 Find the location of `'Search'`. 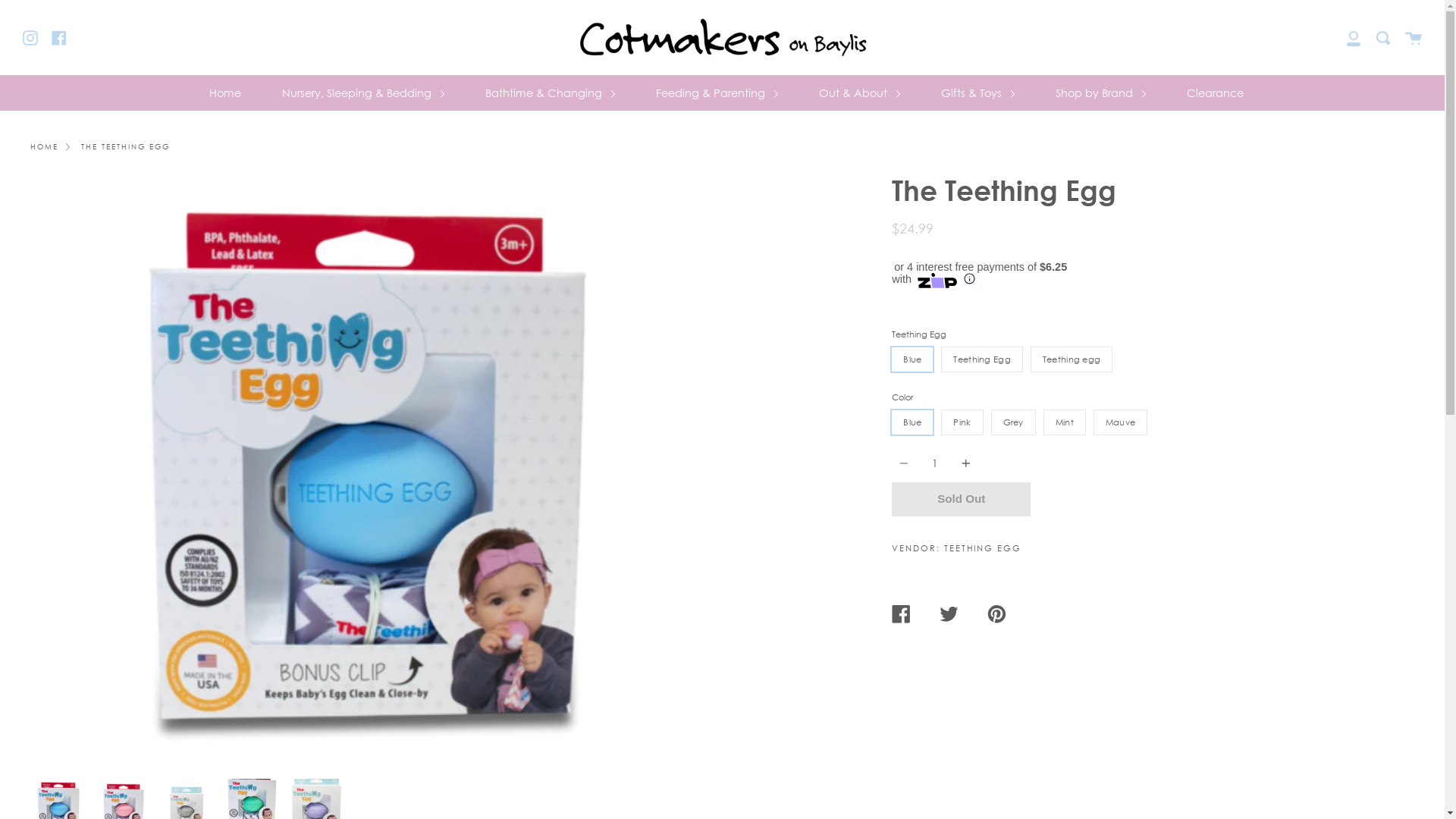

'Search' is located at coordinates (1383, 36).